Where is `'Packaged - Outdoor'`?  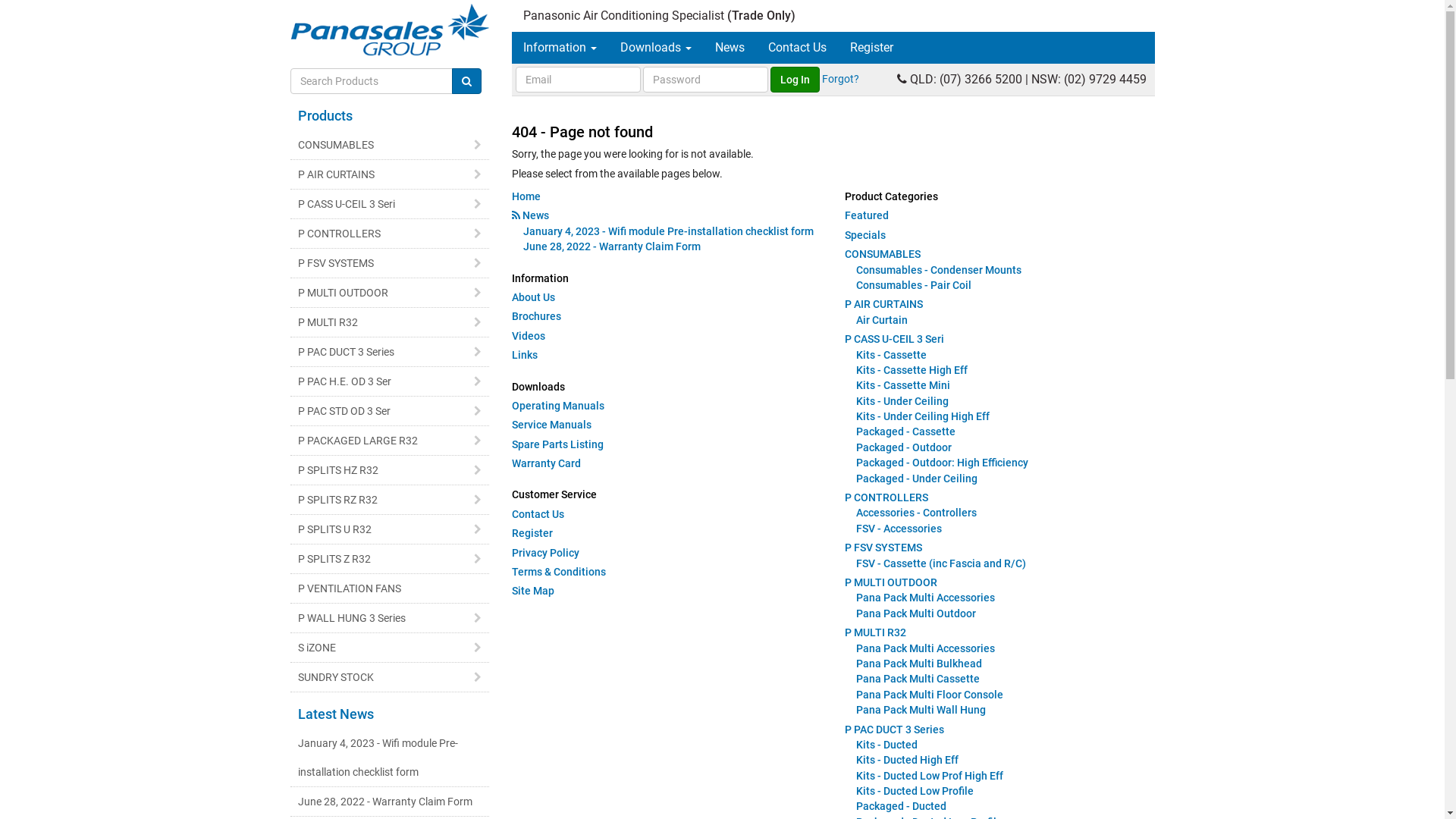
'Packaged - Outdoor' is located at coordinates (903, 447).